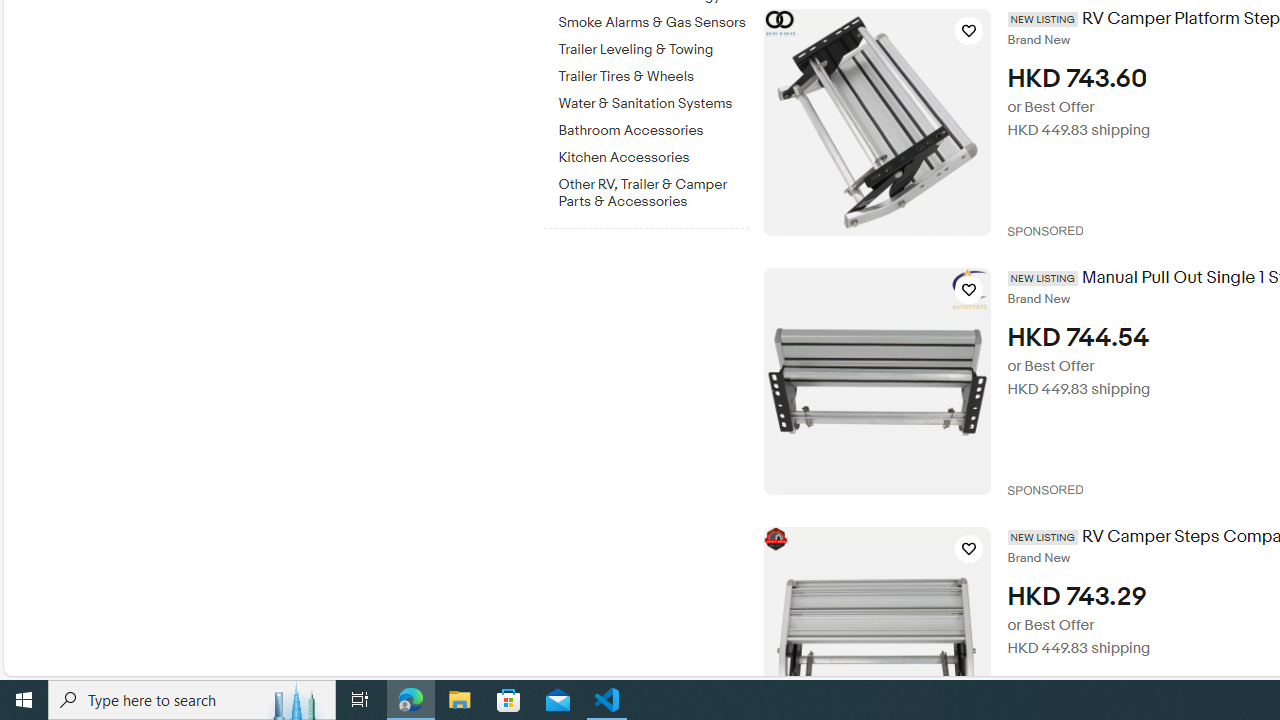 The image size is (1280, 720). Describe the element at coordinates (653, 100) in the screenshot. I see `'Water & Sanitation Systems'` at that location.